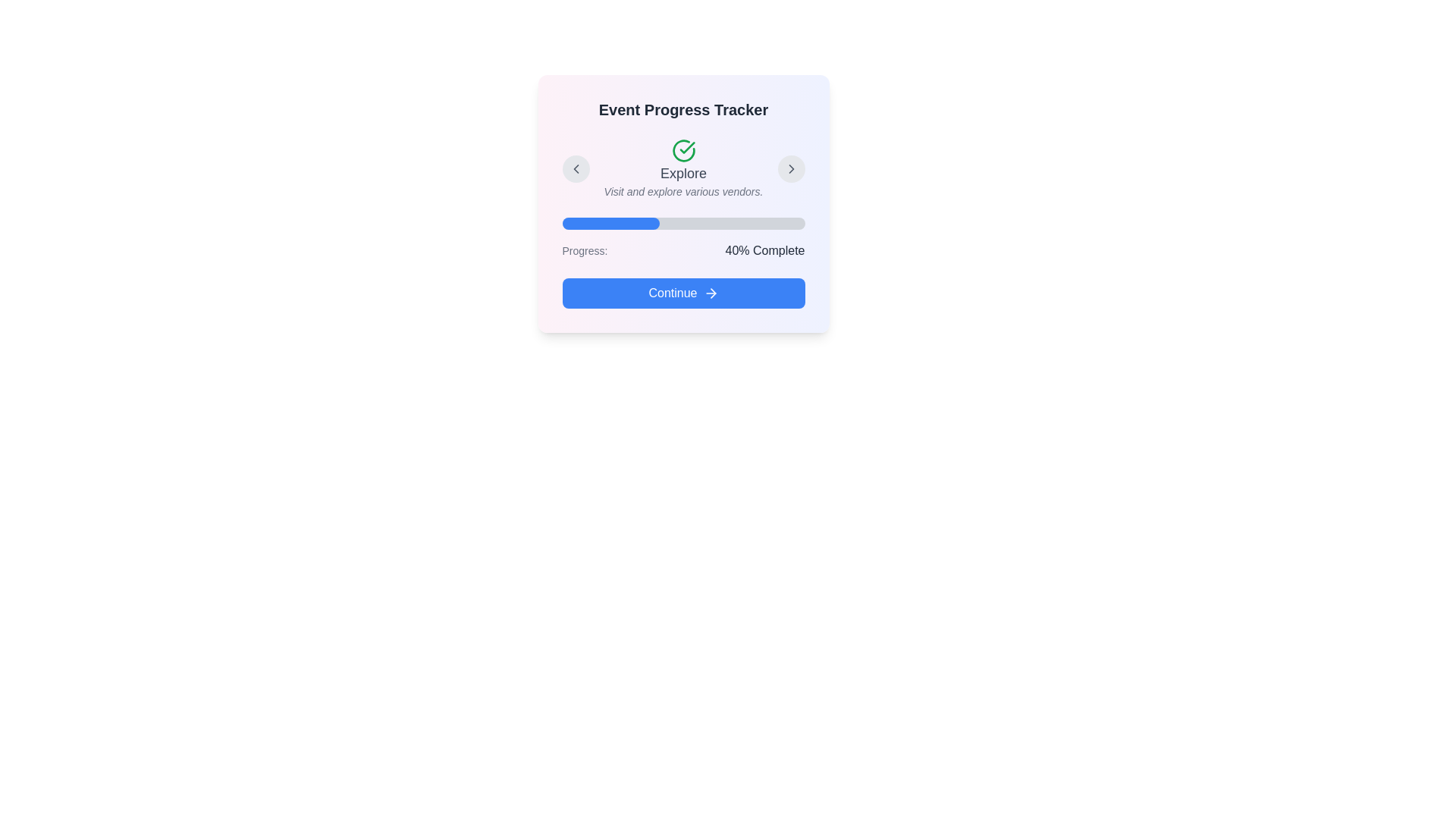 This screenshot has width=1456, height=819. Describe the element at coordinates (575, 169) in the screenshot. I see `the chevron-left arrow button, which is styled in gray and indicates navigation back, located in the top-left section of the main interactive card` at that location.